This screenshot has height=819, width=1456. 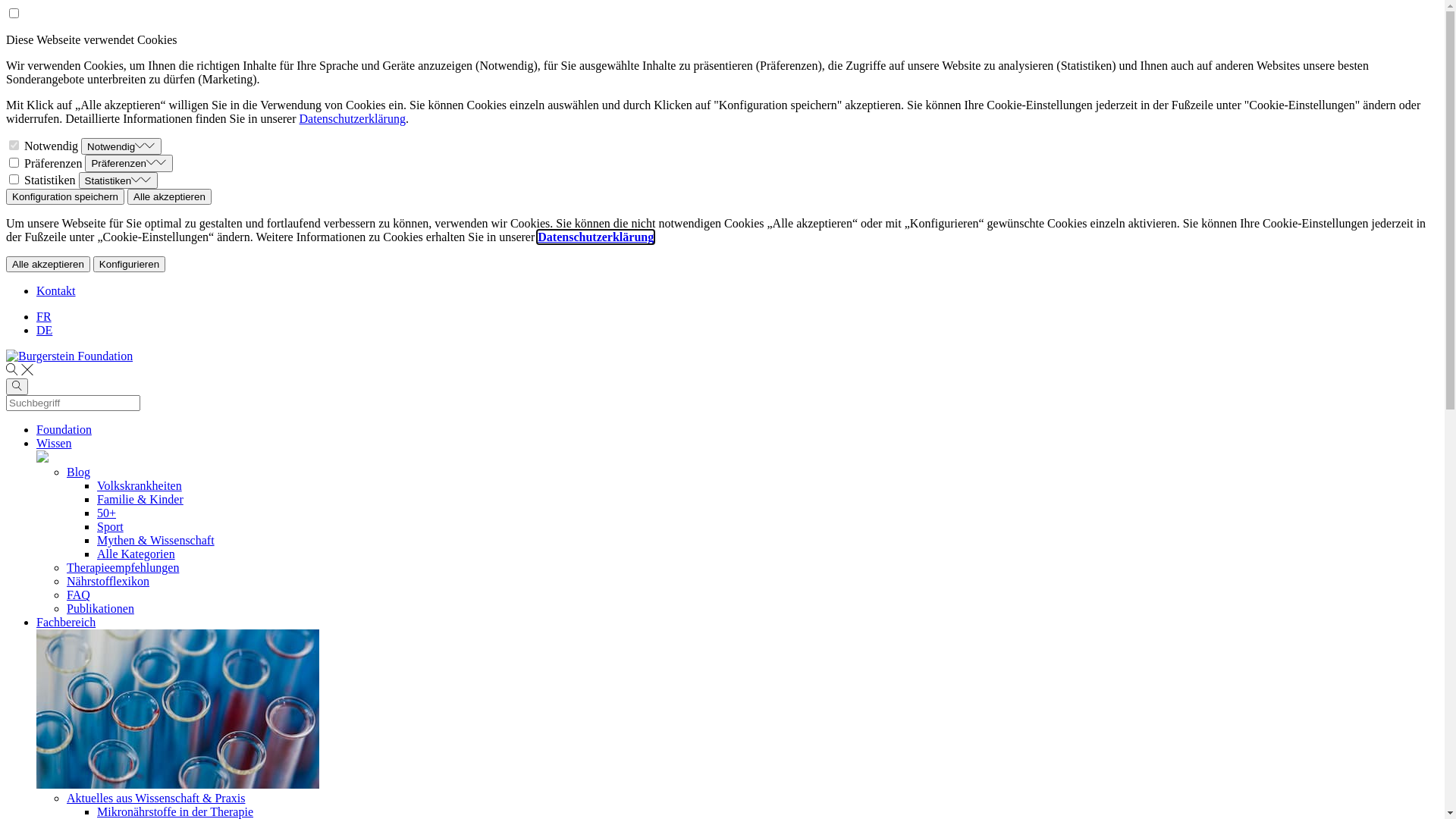 I want to click on 'Alle Kategorien', so click(x=96, y=554).